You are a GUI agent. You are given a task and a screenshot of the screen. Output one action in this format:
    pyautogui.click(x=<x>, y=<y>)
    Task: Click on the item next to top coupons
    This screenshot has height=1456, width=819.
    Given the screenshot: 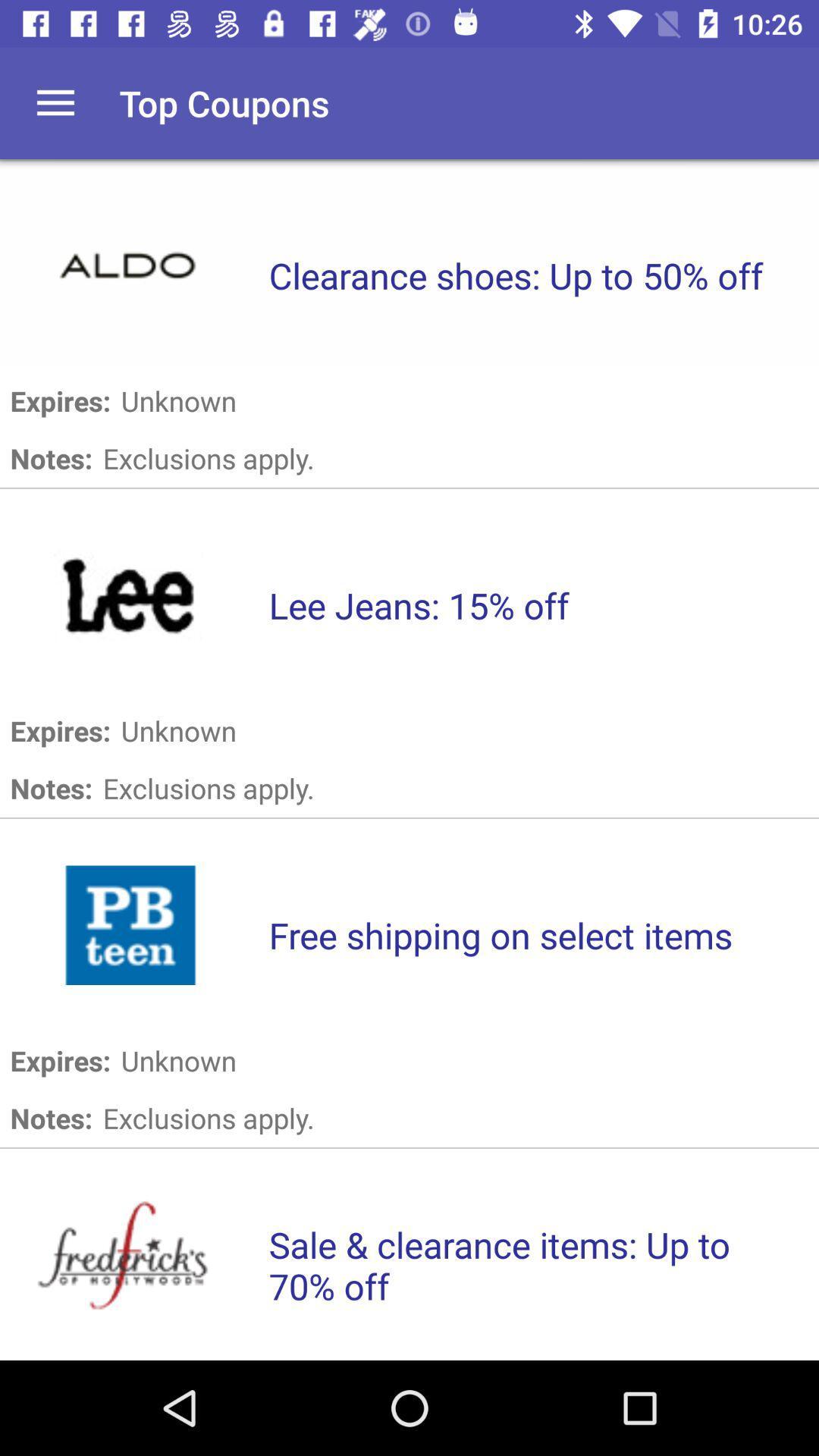 What is the action you would take?
    pyautogui.click(x=55, y=102)
    